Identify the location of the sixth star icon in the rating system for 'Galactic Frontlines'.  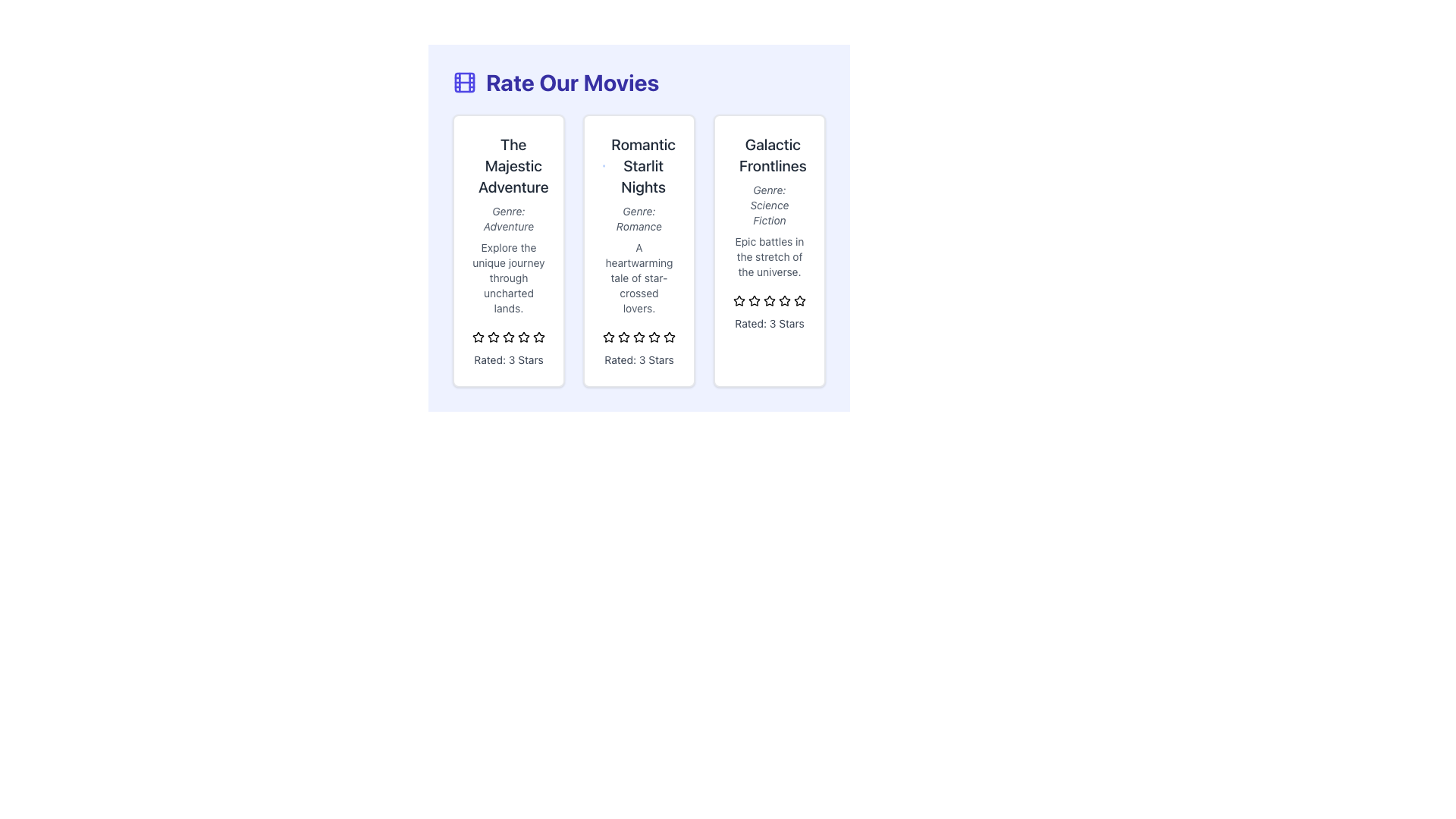
(785, 301).